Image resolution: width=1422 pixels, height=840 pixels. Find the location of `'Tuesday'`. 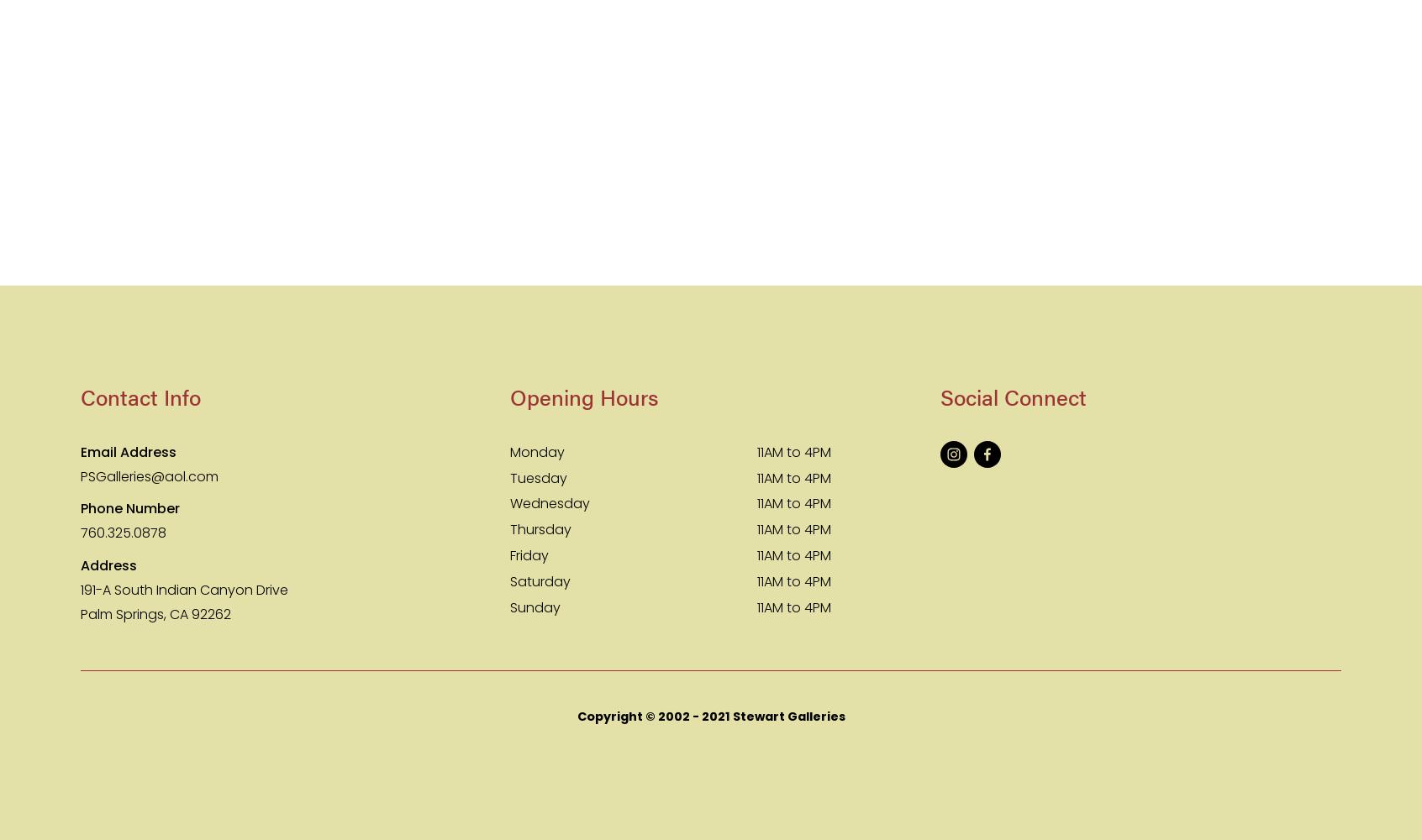

'Tuesday' is located at coordinates (538, 476).